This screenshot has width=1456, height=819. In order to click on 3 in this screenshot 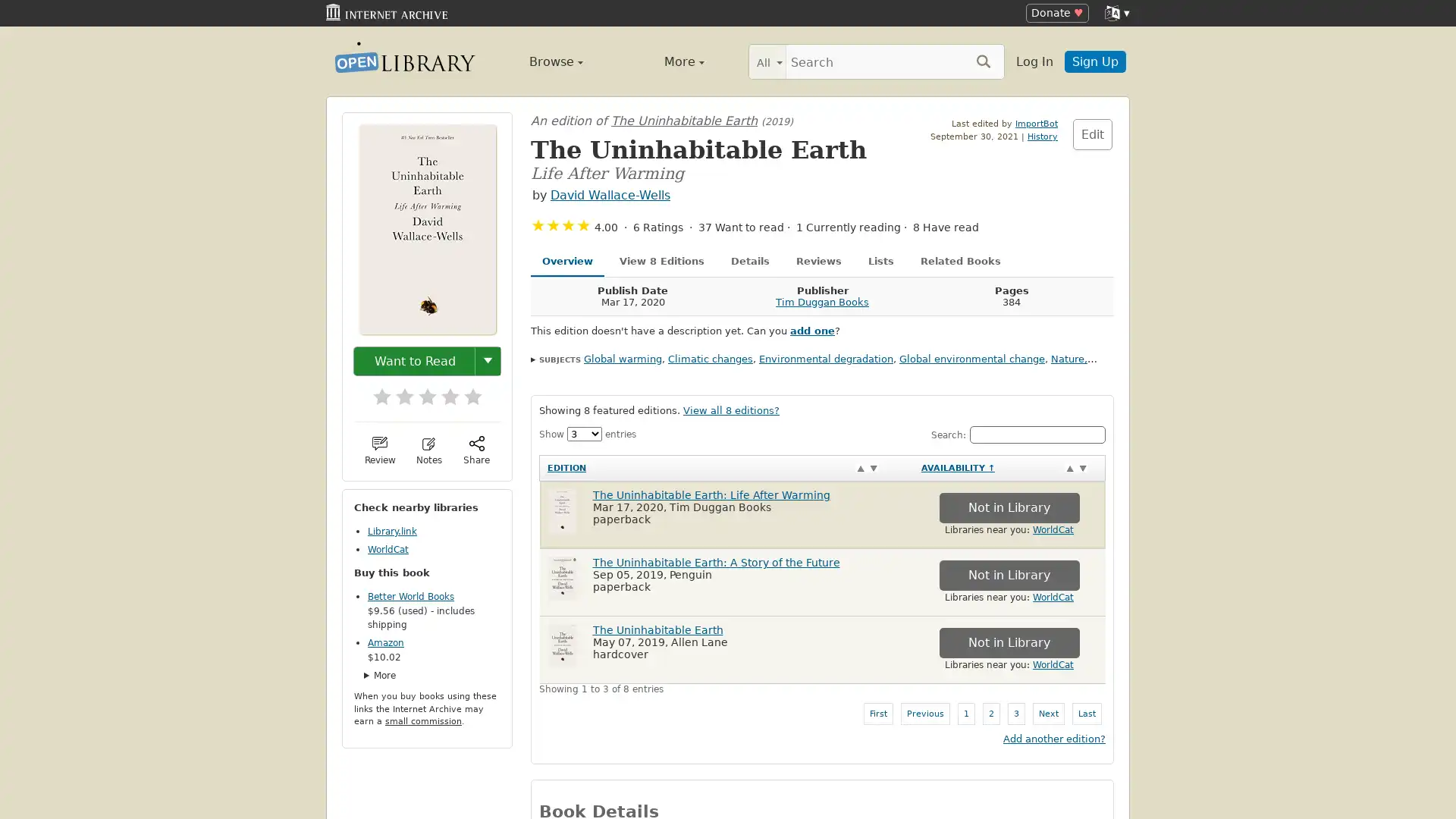, I will do `click(419, 391)`.